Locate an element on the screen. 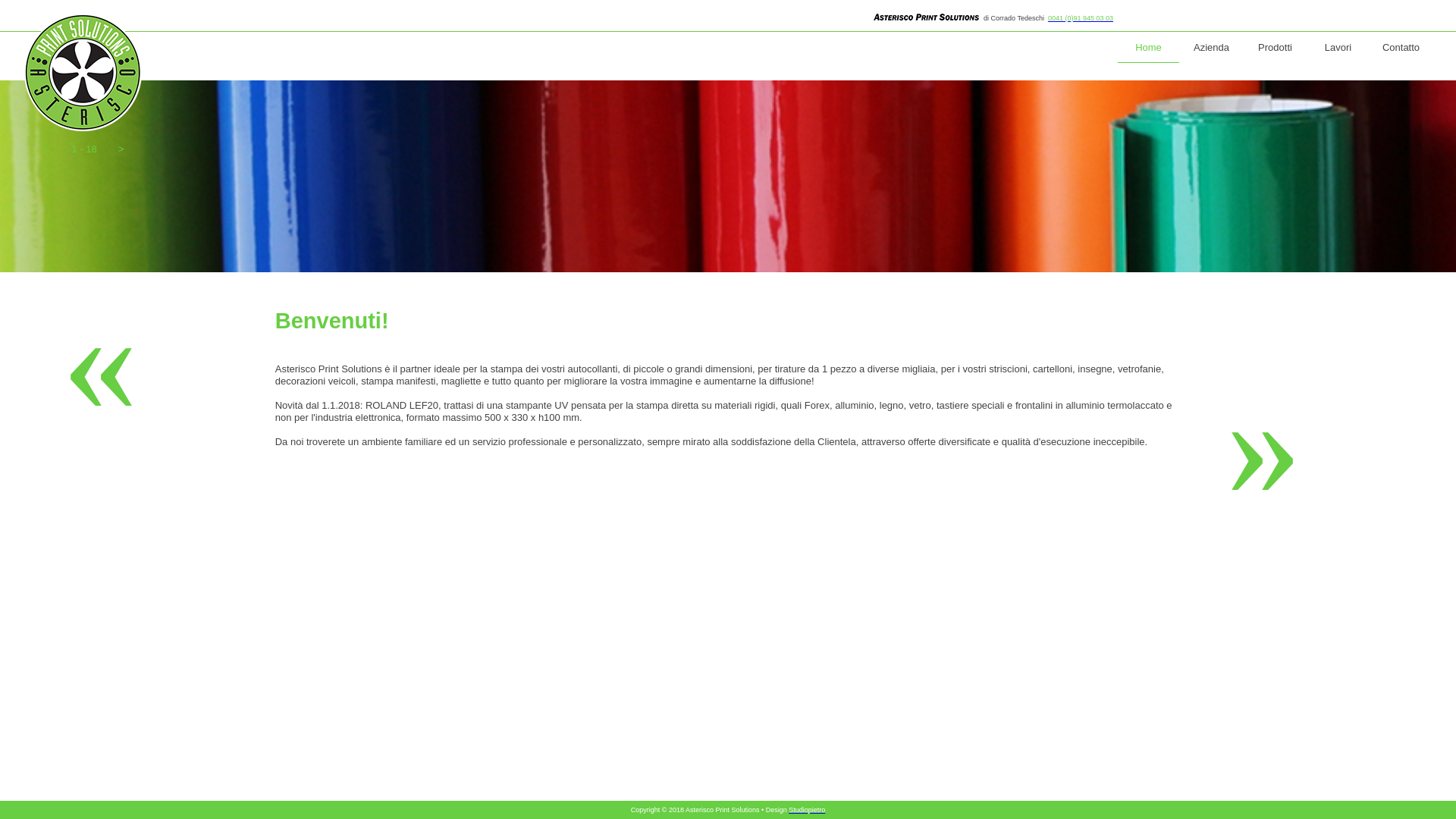 The width and height of the screenshot is (1456, 819). 'Contatto' is located at coordinates (1400, 47).